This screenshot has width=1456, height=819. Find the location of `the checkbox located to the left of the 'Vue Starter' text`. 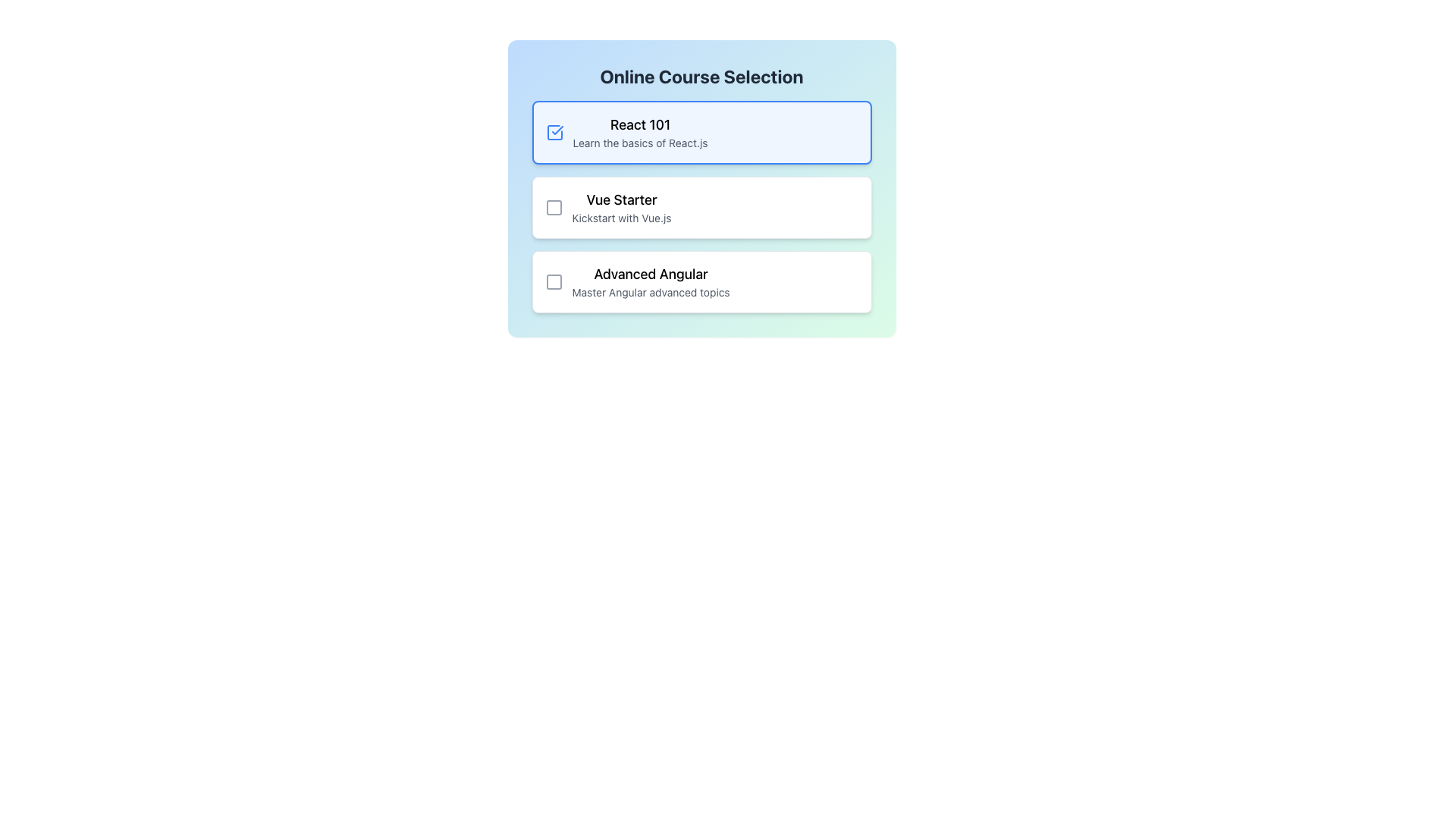

the checkbox located to the left of the 'Vue Starter' text is located at coordinates (553, 207).